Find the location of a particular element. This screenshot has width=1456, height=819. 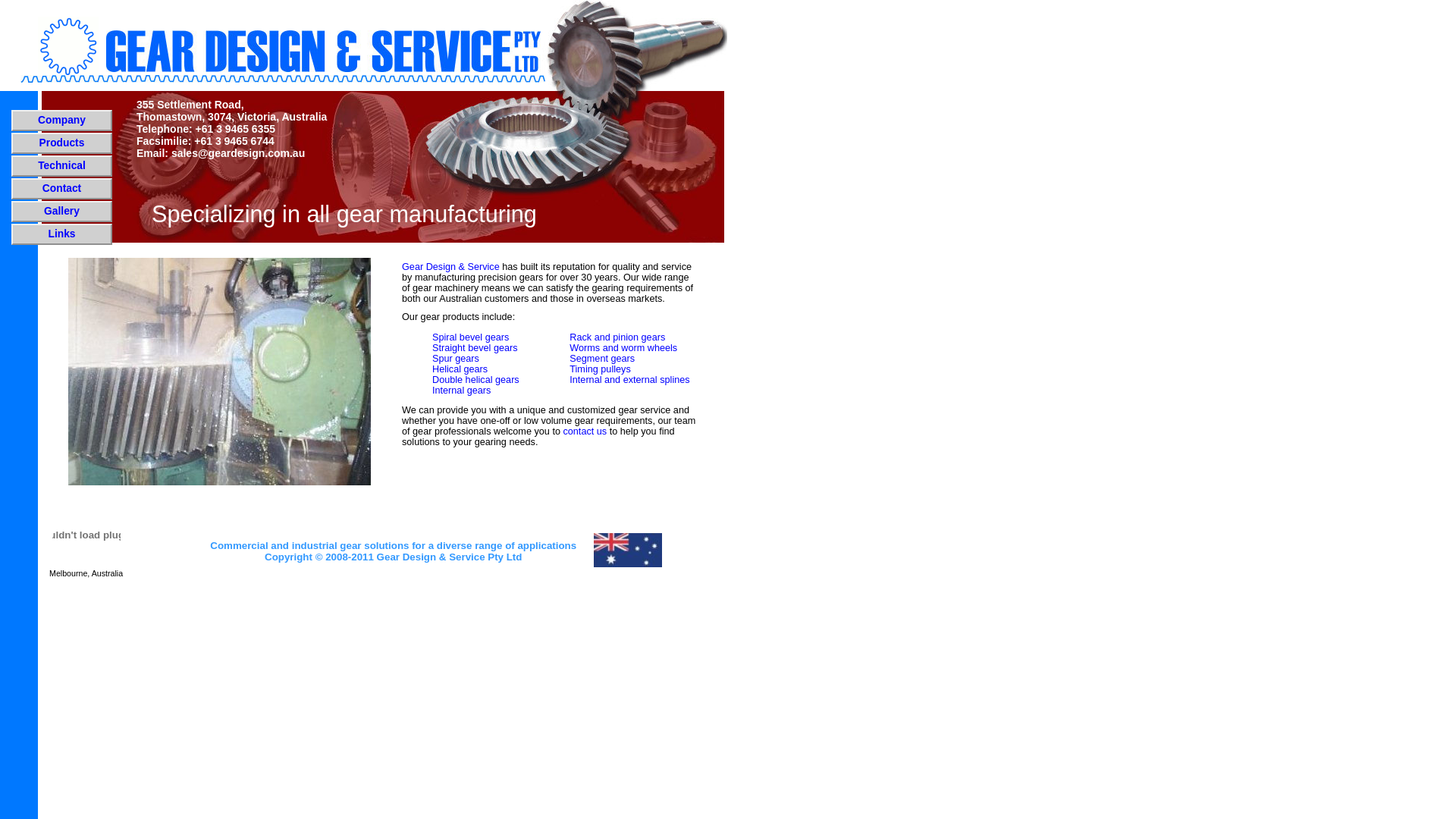

'Gallery' is located at coordinates (61, 211).